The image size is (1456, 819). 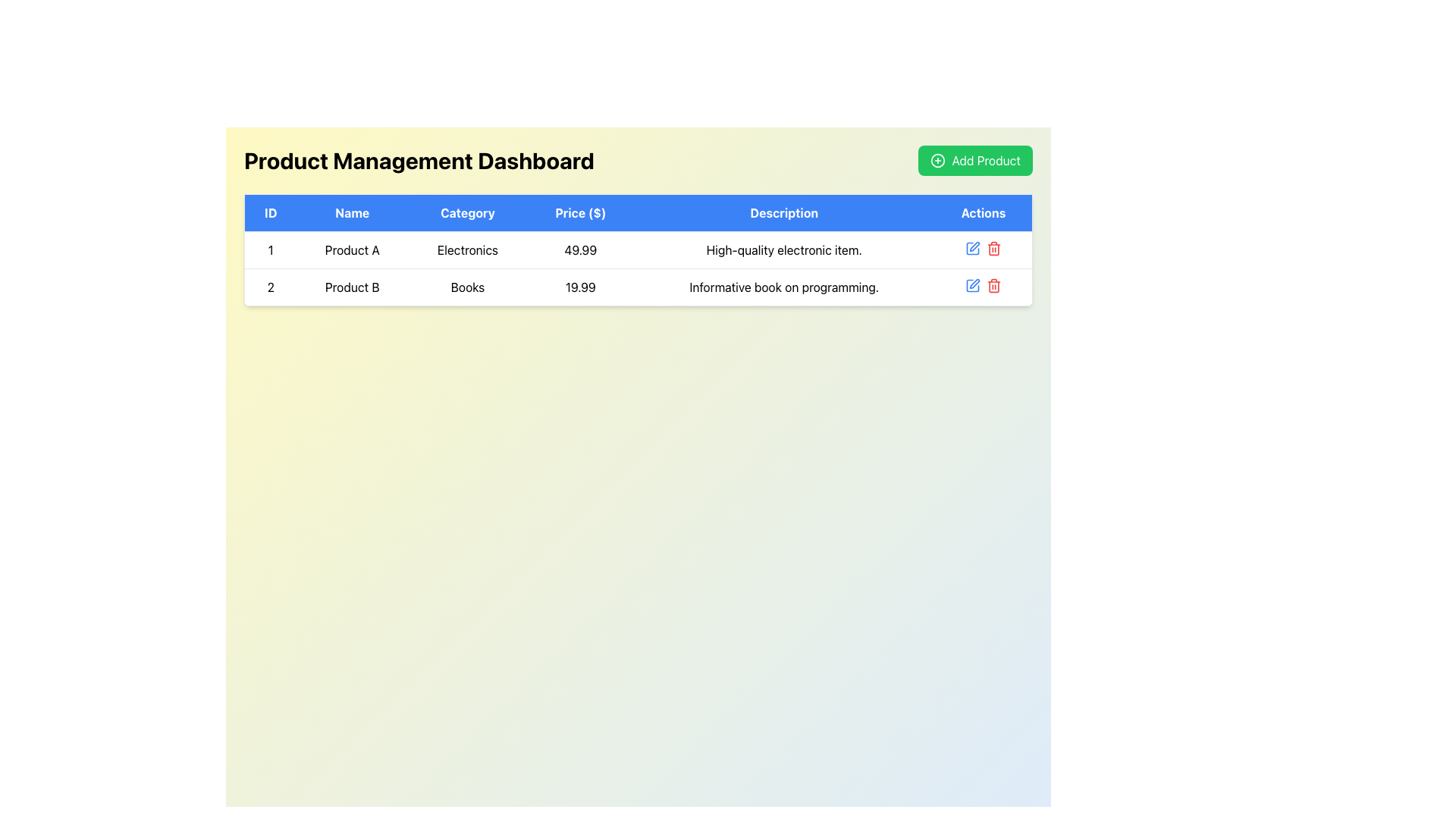 What do you see at coordinates (579, 287) in the screenshot?
I see `the static text displaying the price of 'Product B' located in the second row under the 'Price ($)' column` at bounding box center [579, 287].